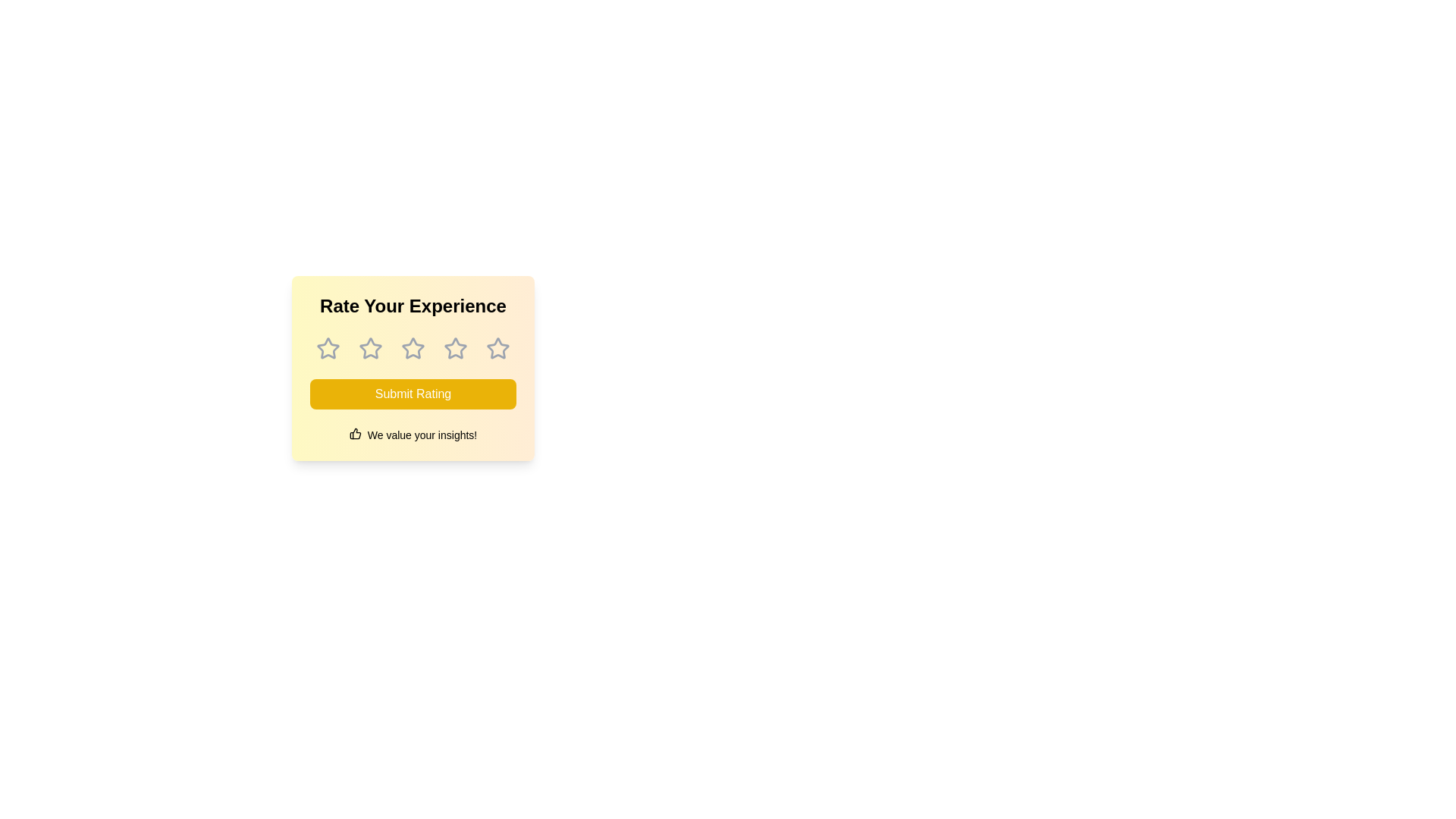 Image resolution: width=1456 pixels, height=819 pixels. Describe the element at coordinates (413, 348) in the screenshot. I see `the Interactive Icon that represents a rating of 3 out of 5, located in the middle of a five-star rating system, above the 'Submit Rating' button` at that location.